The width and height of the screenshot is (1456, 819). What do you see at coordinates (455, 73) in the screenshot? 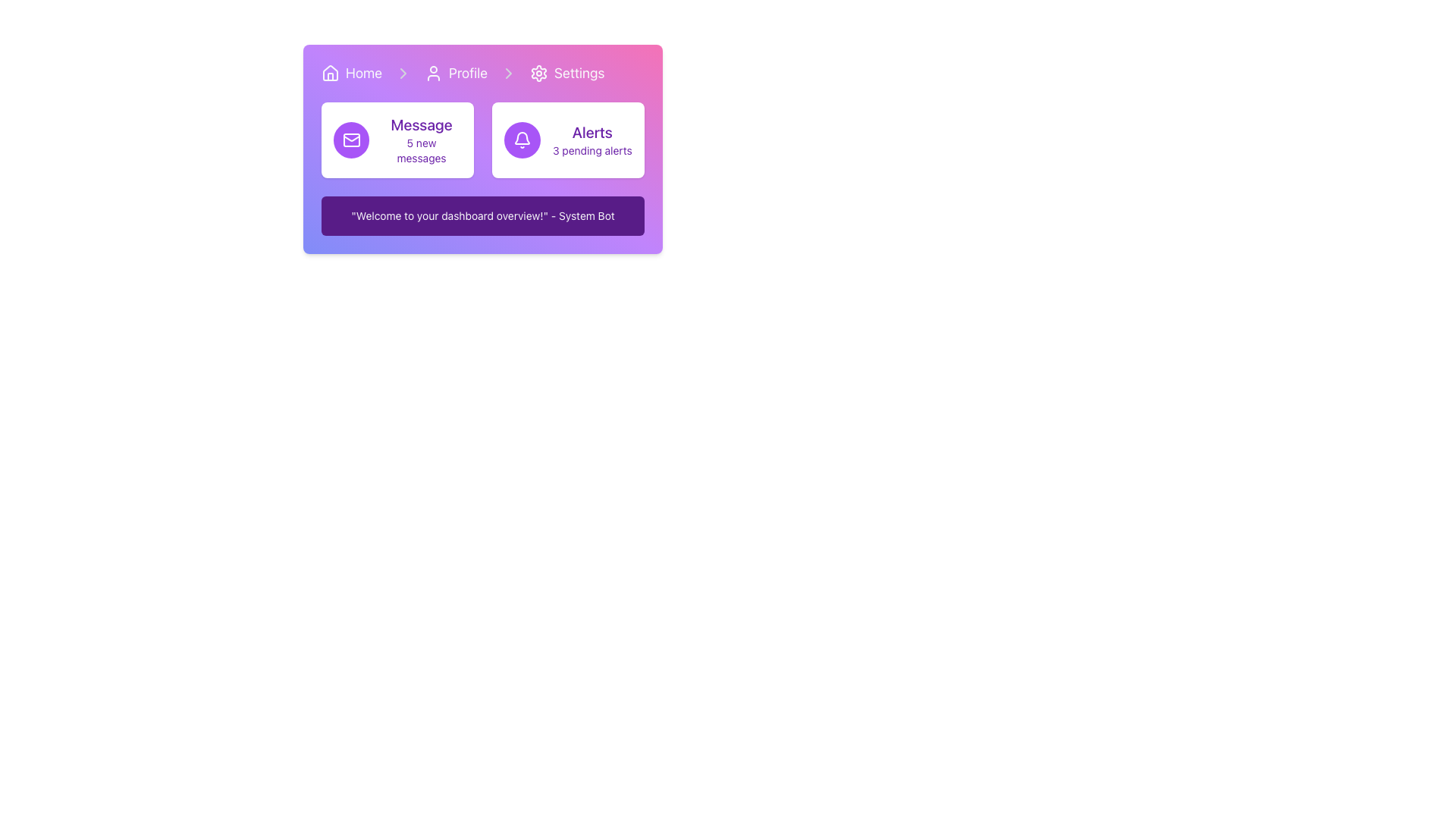
I see `the 'Profile' navigation link located in the header, which is the second item in the row of navigation links, between 'Home' and 'Settings'` at bounding box center [455, 73].